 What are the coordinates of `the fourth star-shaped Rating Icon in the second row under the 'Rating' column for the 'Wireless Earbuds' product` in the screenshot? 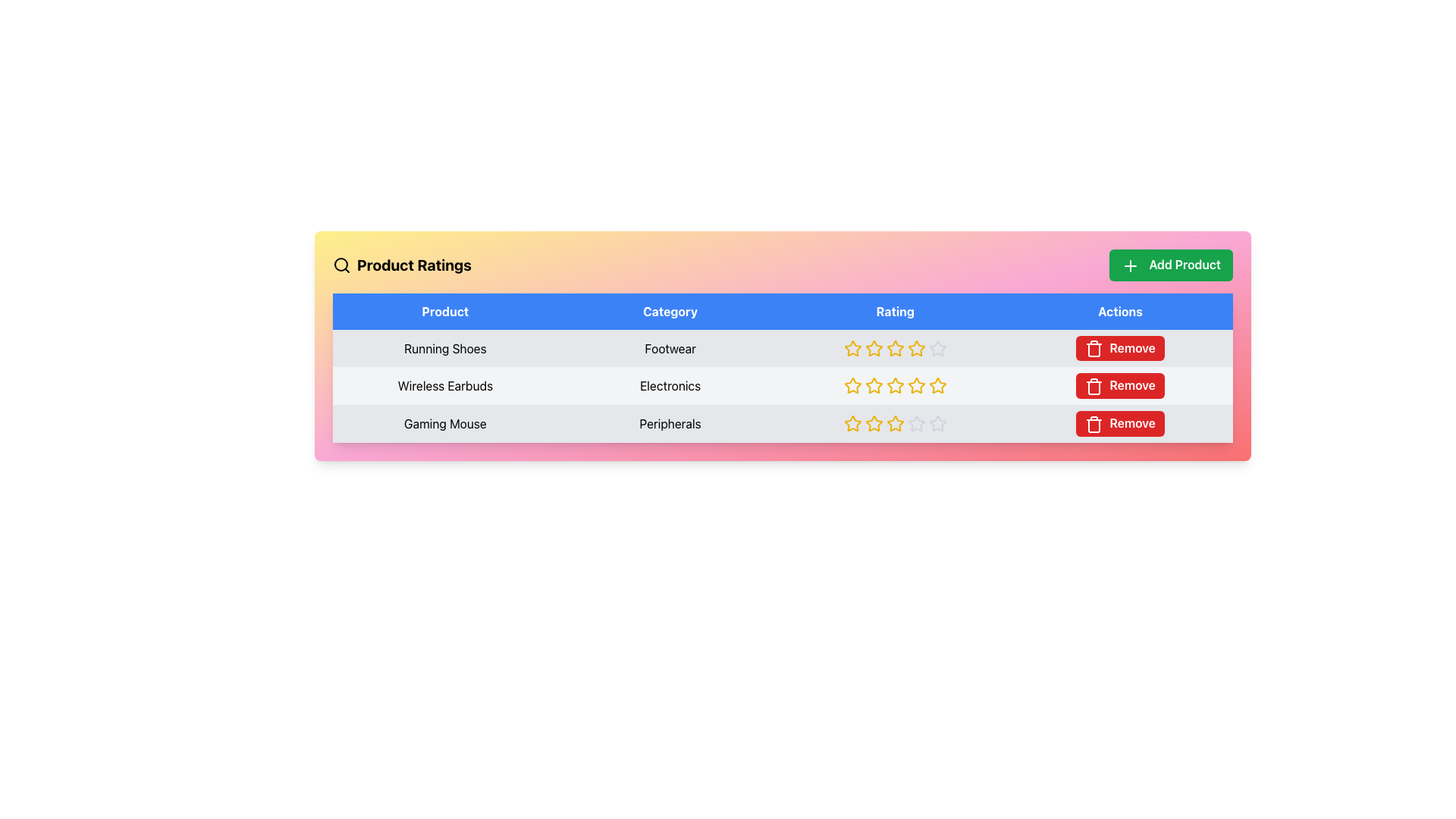 It's located at (937, 385).